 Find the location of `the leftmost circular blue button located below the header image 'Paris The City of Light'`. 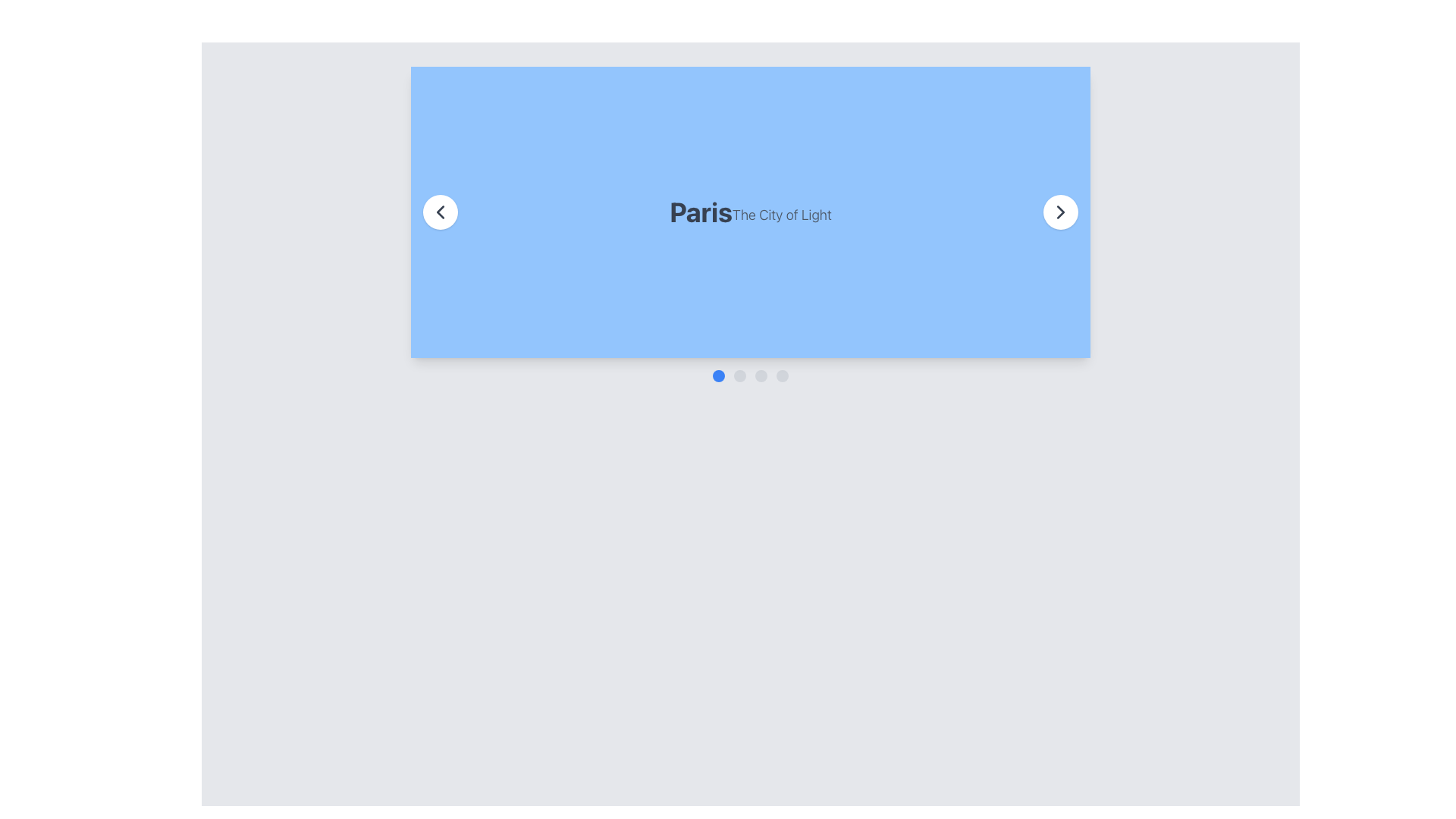

the leftmost circular blue button located below the header image 'Paris The City of Light' is located at coordinates (718, 375).